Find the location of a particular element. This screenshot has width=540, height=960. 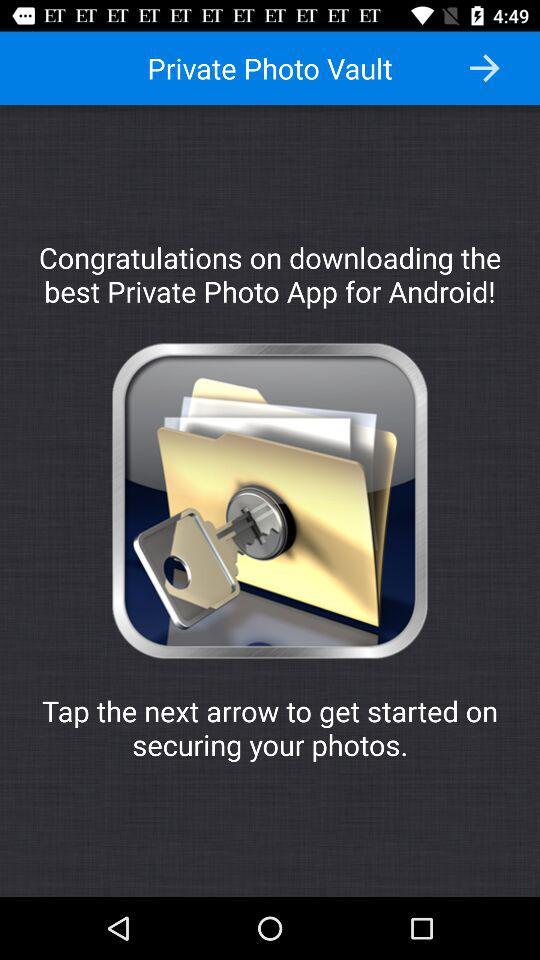

go forward is located at coordinates (483, 68).